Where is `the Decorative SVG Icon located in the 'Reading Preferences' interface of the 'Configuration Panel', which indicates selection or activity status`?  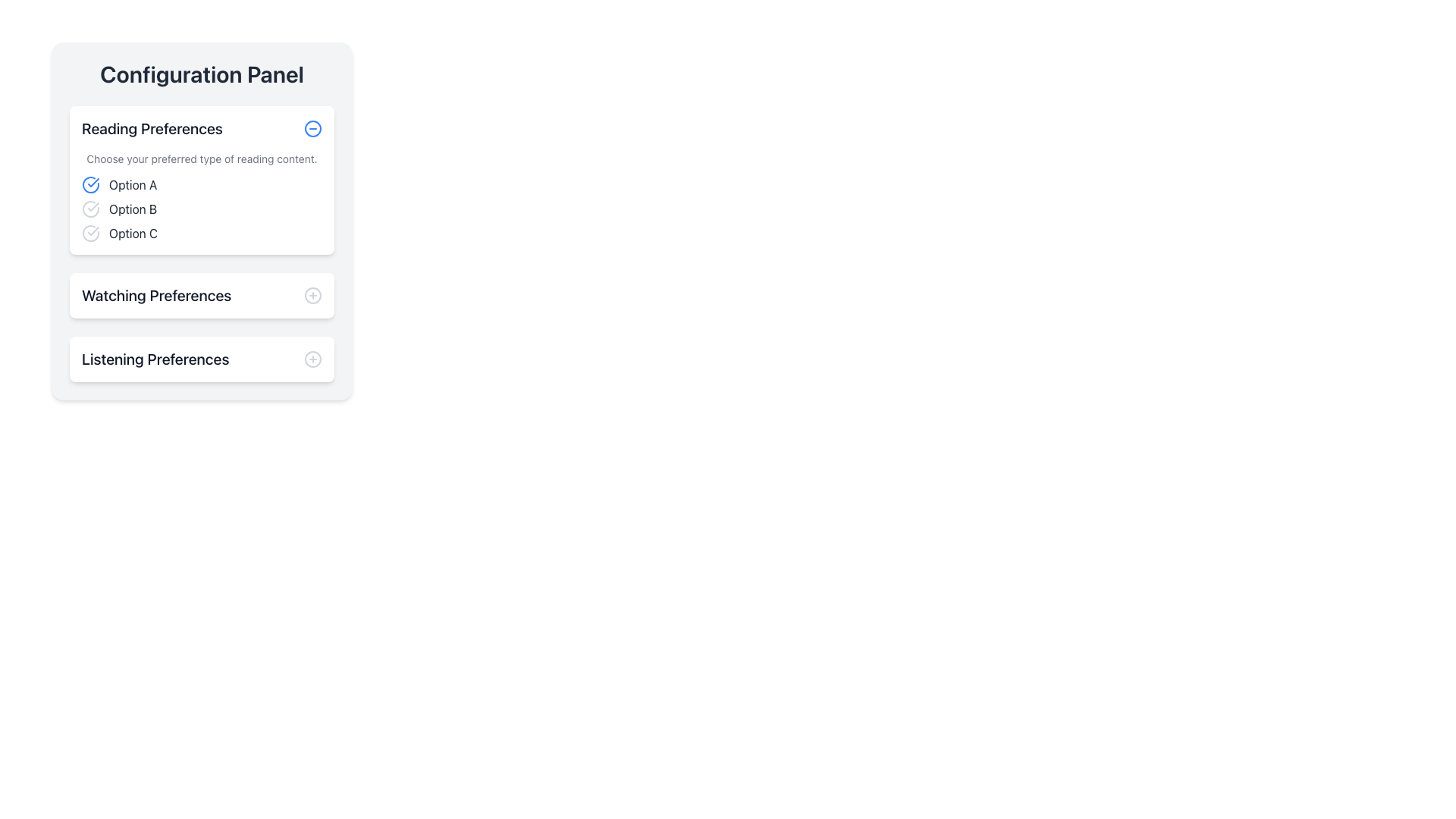
the Decorative SVG Icon located in the 'Reading Preferences' interface of the 'Configuration Panel', which indicates selection or activity status is located at coordinates (93, 231).